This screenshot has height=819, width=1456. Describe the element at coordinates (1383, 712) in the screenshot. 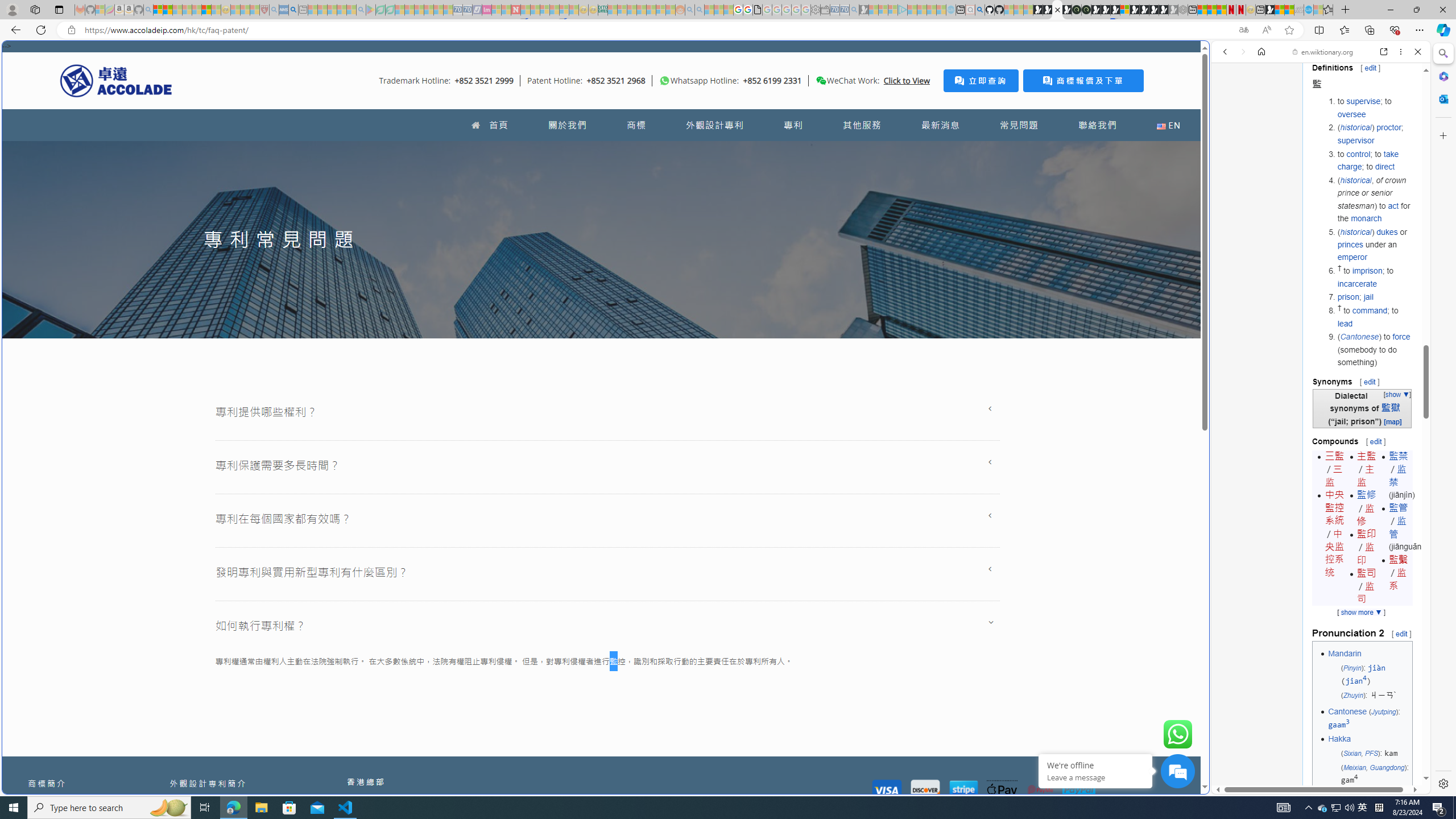

I see `'Jyutping'` at that location.